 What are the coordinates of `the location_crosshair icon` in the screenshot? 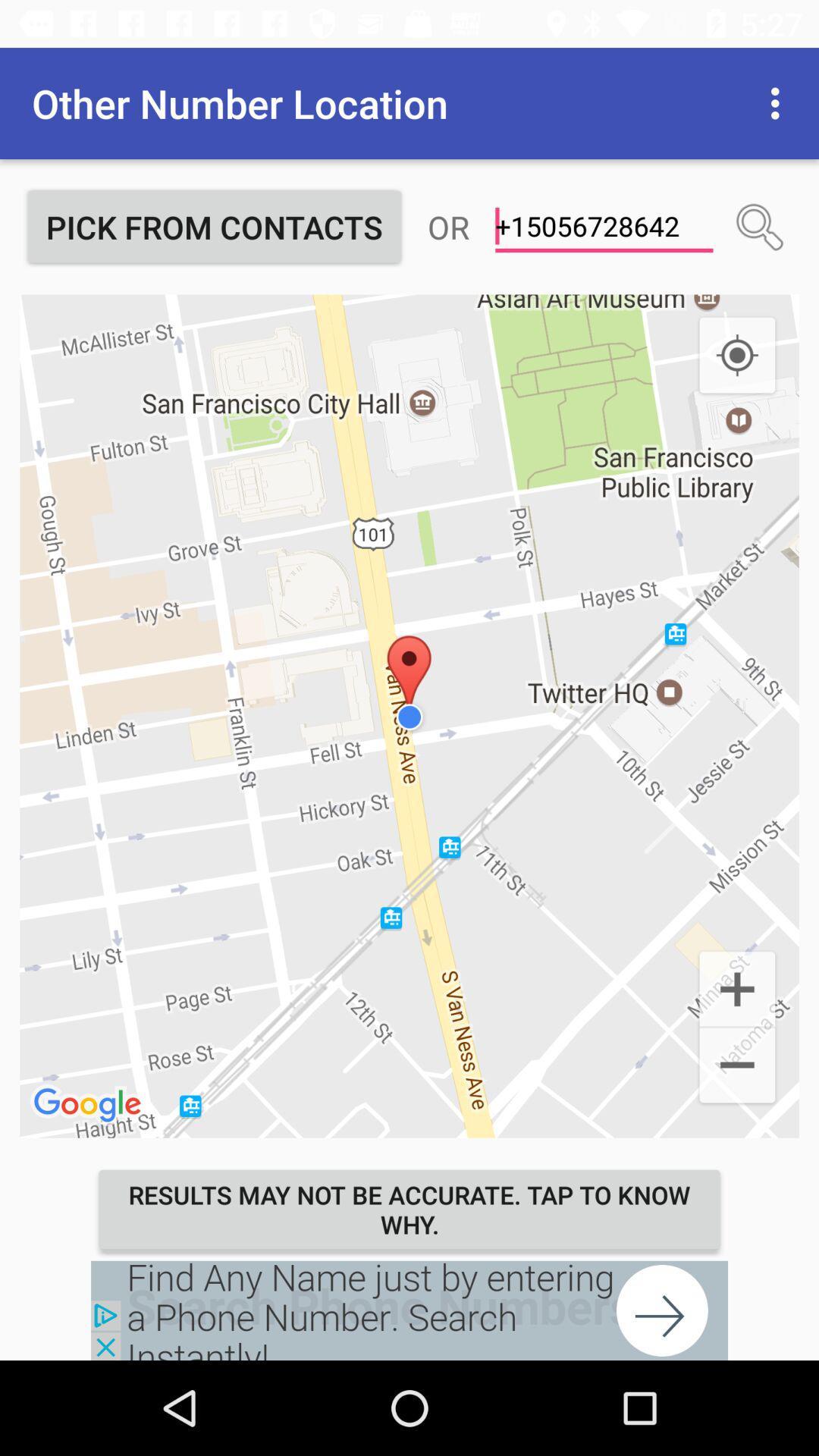 It's located at (736, 355).